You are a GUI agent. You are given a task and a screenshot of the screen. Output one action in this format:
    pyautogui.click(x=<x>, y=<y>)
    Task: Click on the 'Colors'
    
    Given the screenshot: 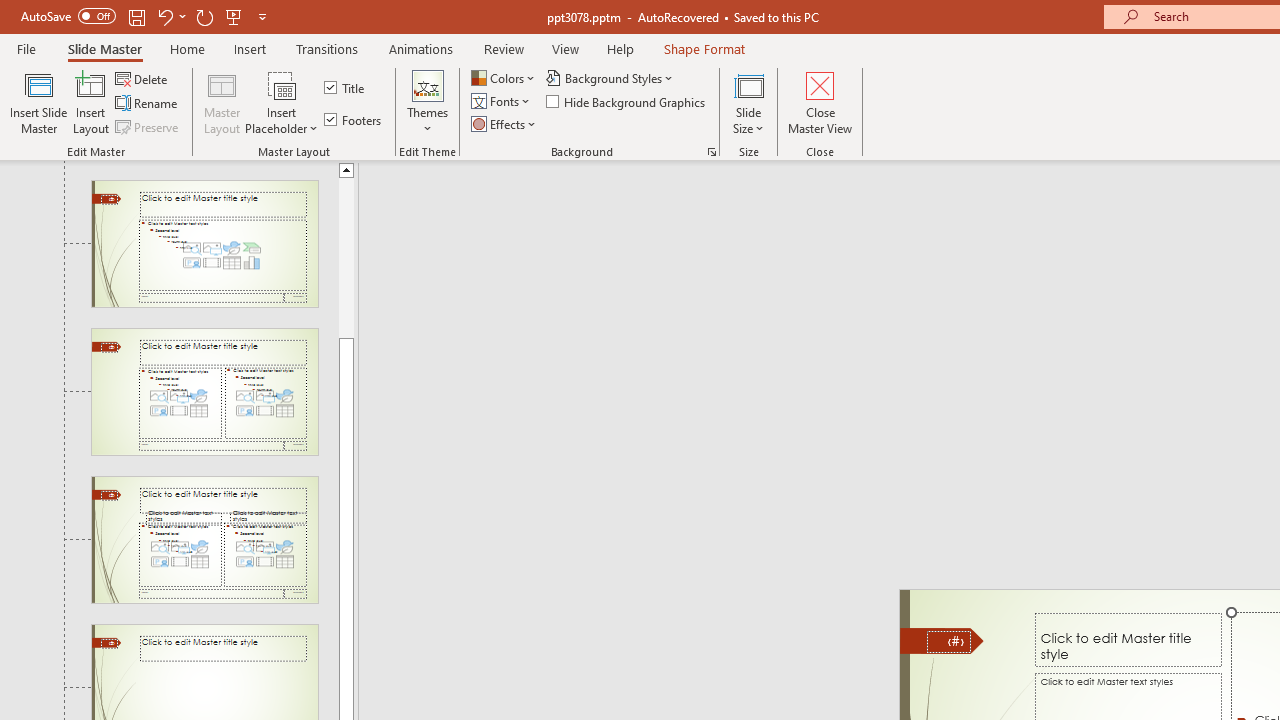 What is the action you would take?
    pyautogui.click(x=504, y=77)
    